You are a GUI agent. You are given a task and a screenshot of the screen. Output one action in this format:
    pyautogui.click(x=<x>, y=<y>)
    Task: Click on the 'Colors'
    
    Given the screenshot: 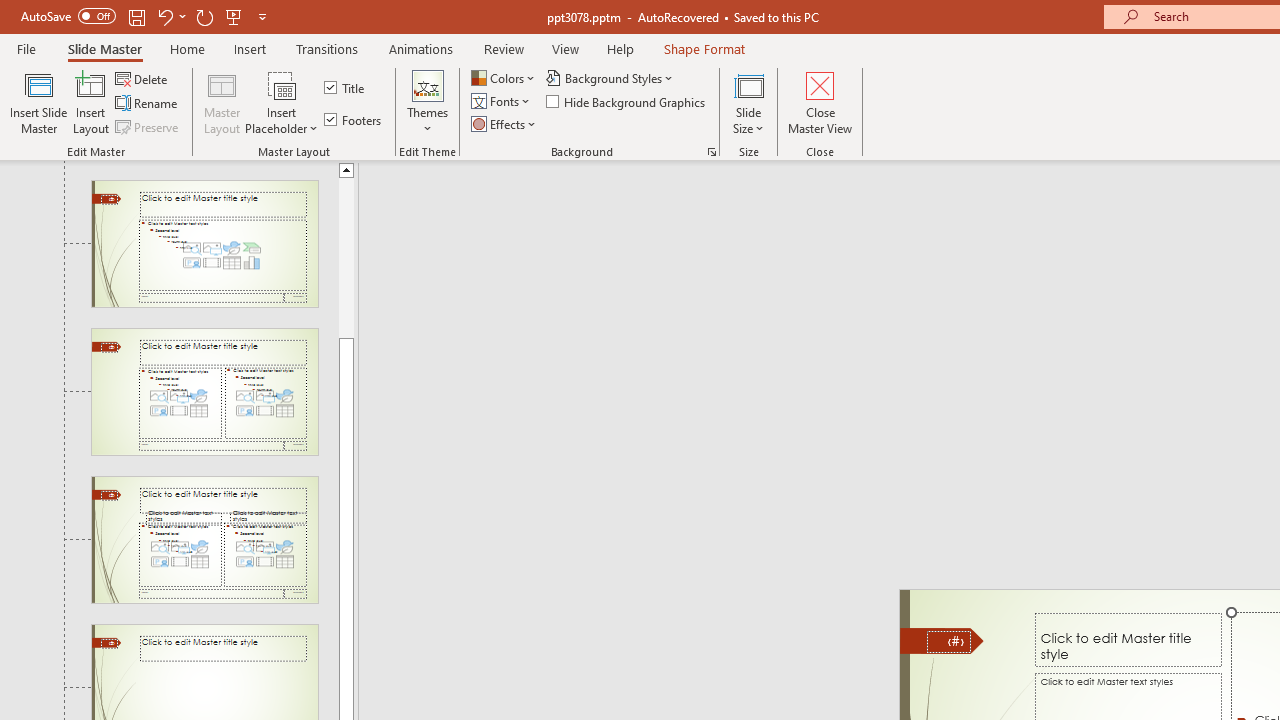 What is the action you would take?
    pyautogui.click(x=504, y=77)
    